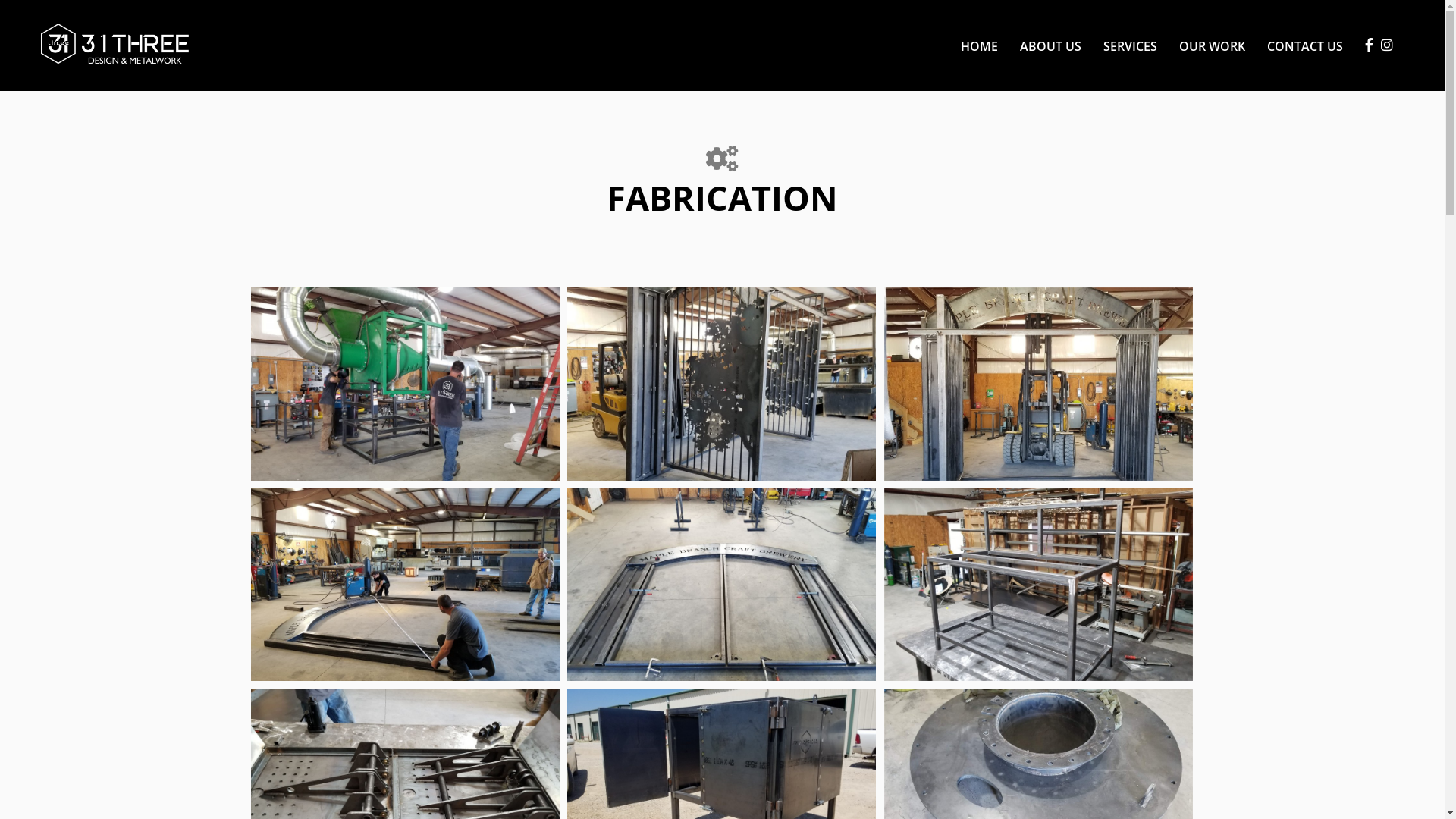  I want to click on 'SERVICES', so click(1130, 45).